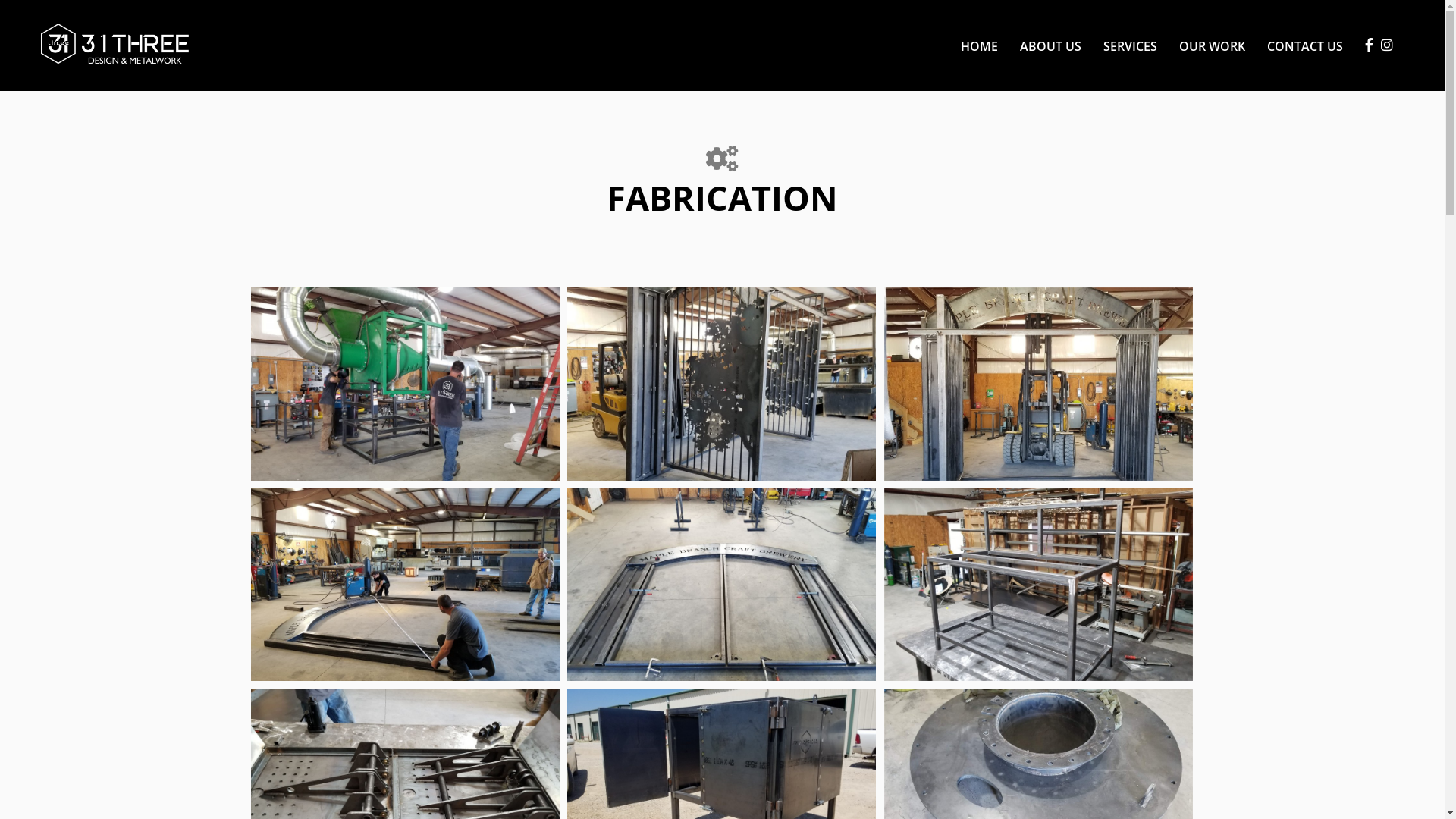  I want to click on 'SERVICES', so click(1130, 45).